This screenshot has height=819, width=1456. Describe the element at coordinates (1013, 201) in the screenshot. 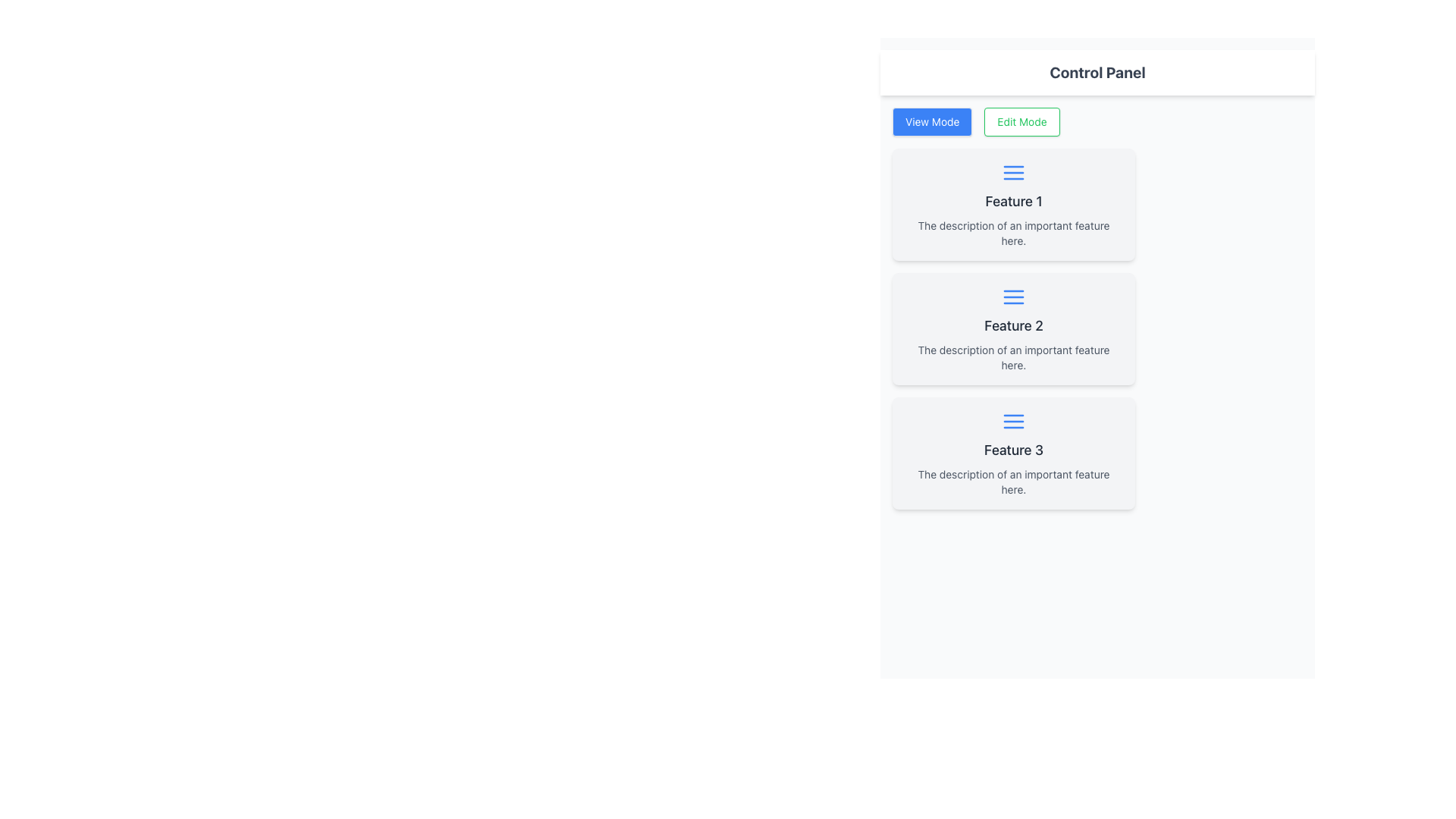

I see `the text header labeled 'Feature 1', which is styled in bold characters and located within the top card of three vertically stacked cards` at that location.